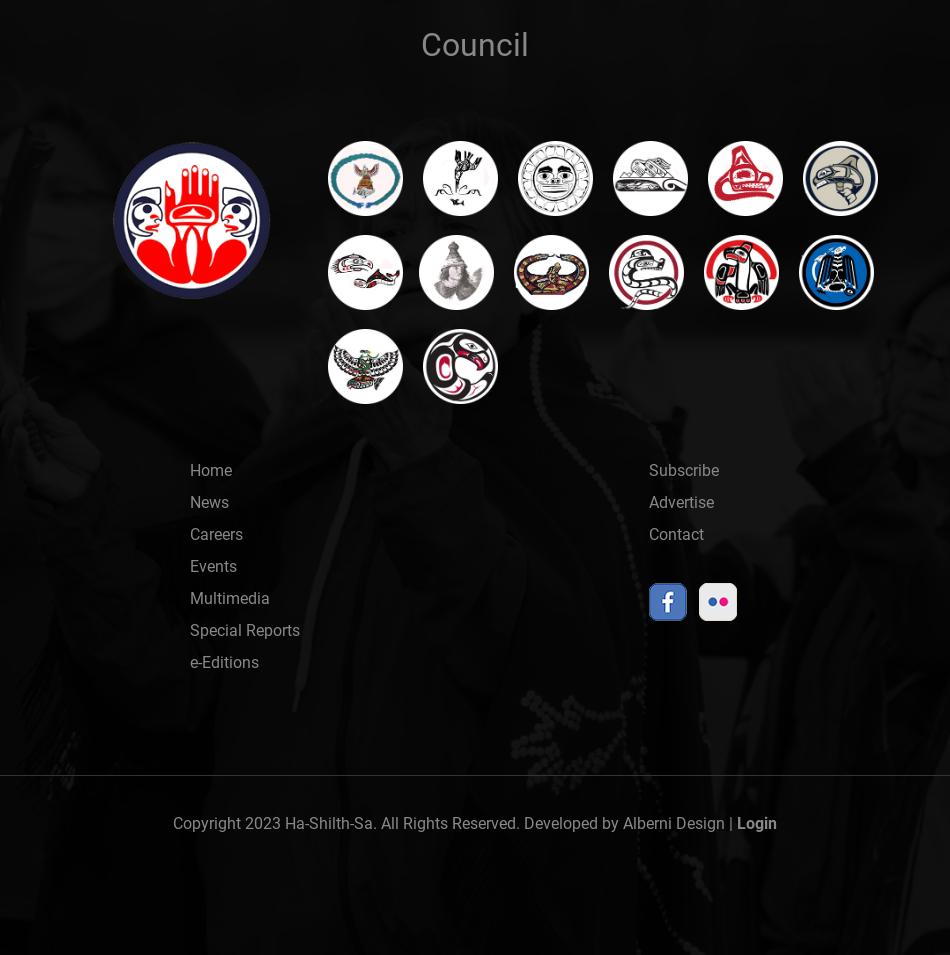 Image resolution: width=950 pixels, height=955 pixels. Describe the element at coordinates (730, 823) in the screenshot. I see `'|'` at that location.